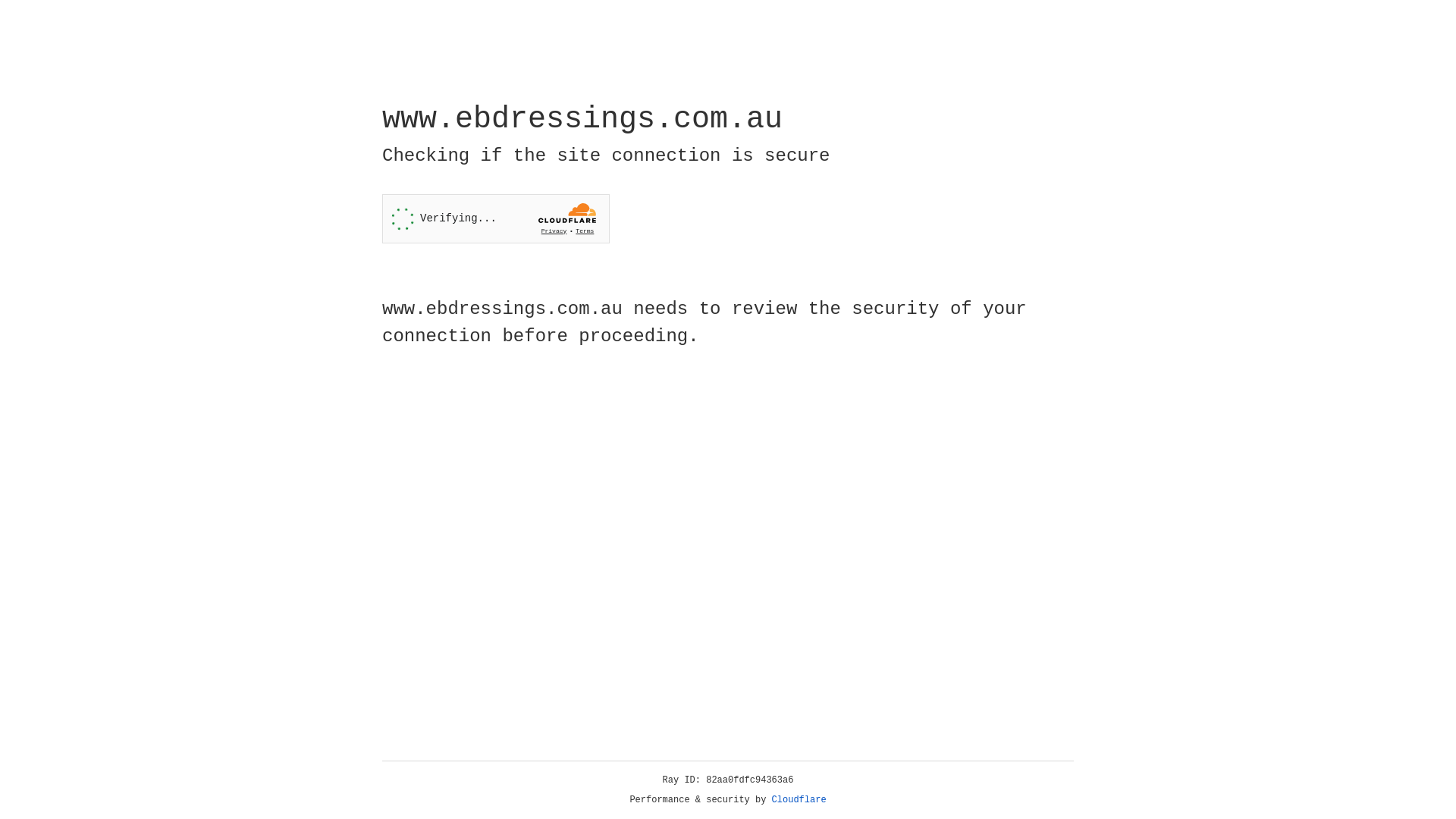  I want to click on 'Cloudflare', so click(799, 799).